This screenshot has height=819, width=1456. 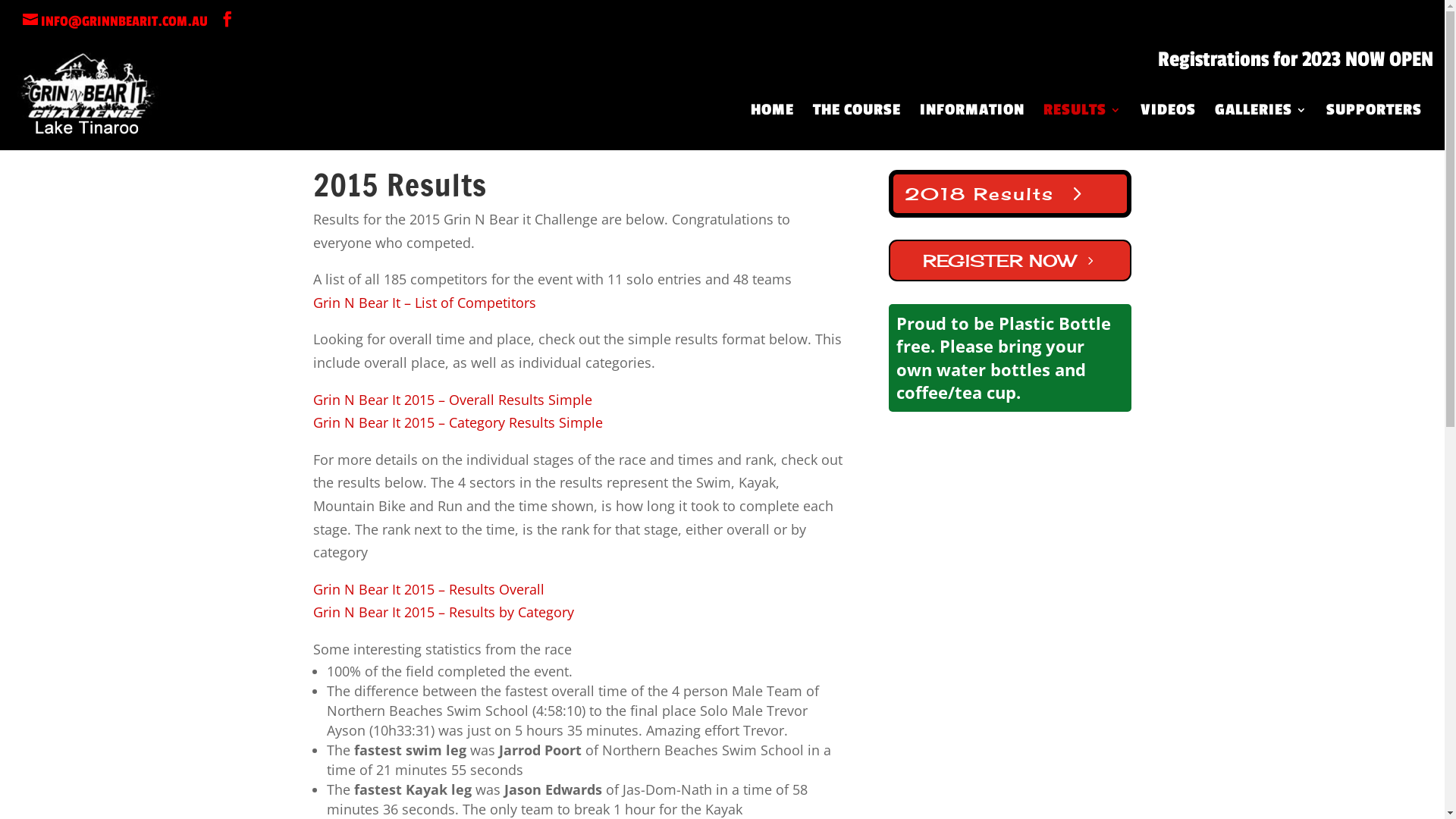 What do you see at coordinates (1167, 127) in the screenshot?
I see `'VIDEOS'` at bounding box center [1167, 127].